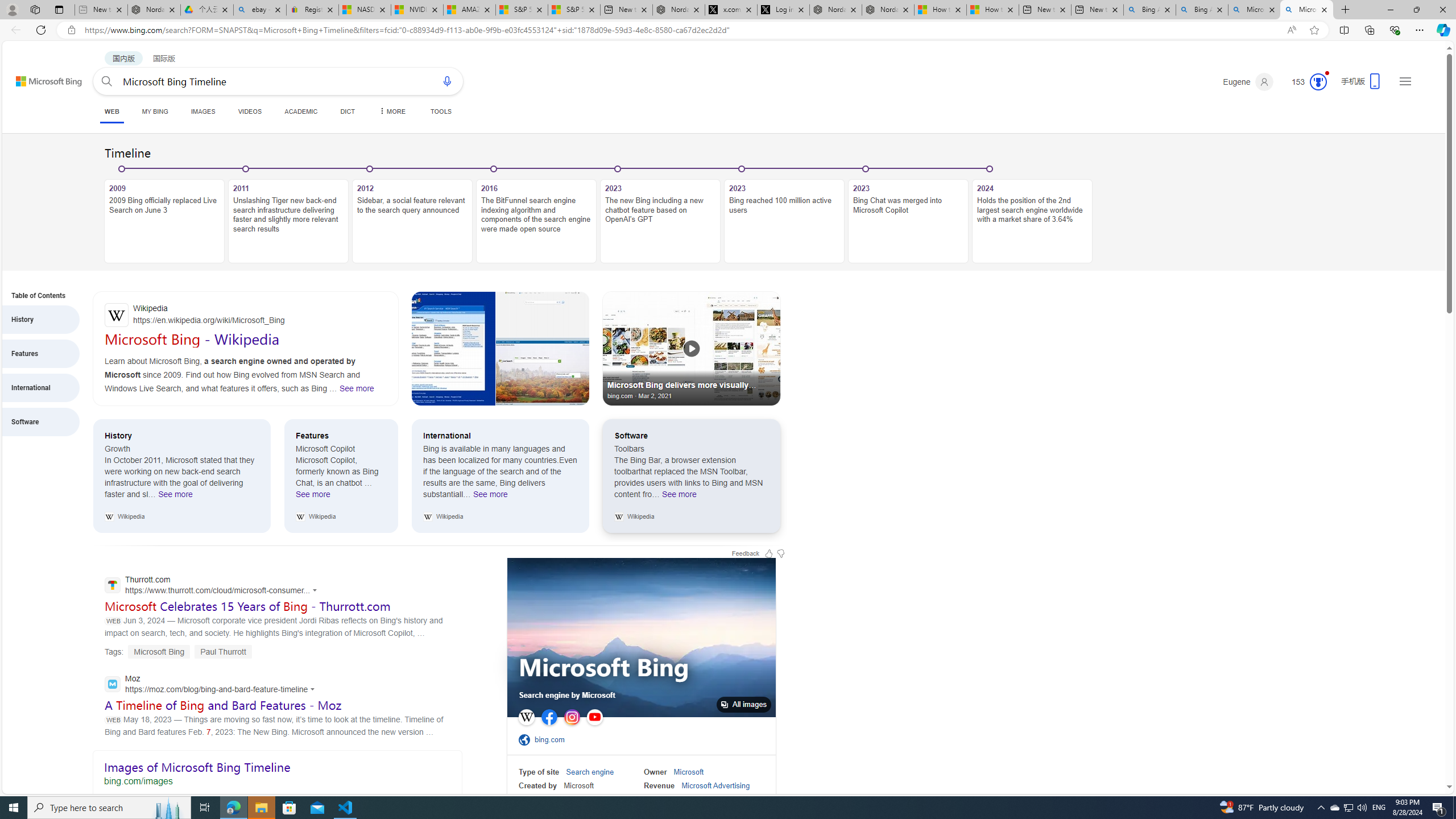 This screenshot has width=1456, height=819. What do you see at coordinates (552, 740) in the screenshot?
I see `'bing.com'` at bounding box center [552, 740].